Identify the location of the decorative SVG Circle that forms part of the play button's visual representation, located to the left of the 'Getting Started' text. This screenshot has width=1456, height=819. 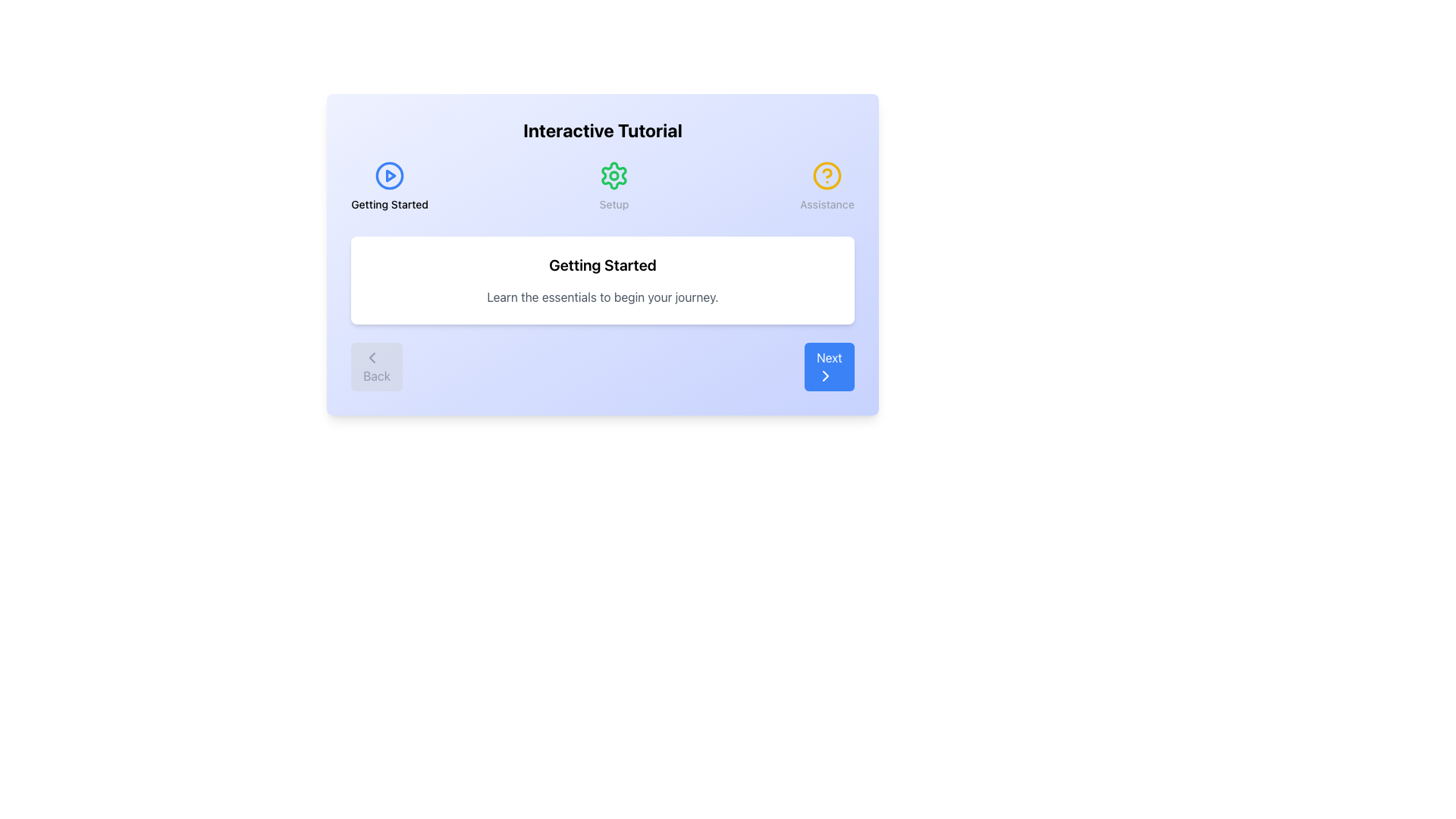
(390, 174).